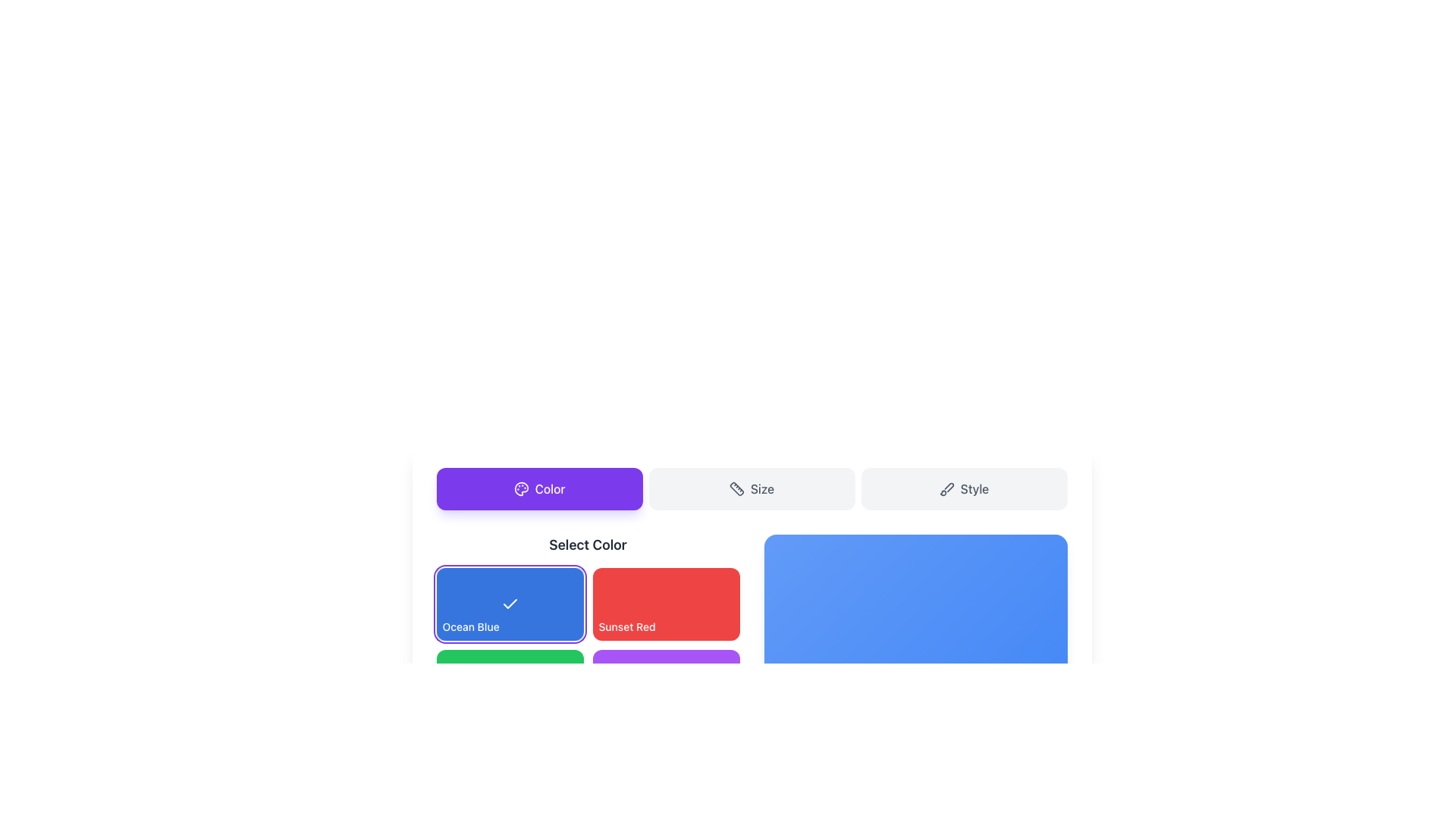 The image size is (1456, 819). What do you see at coordinates (666, 604) in the screenshot?
I see `the 'Sunset Red' button in the 'Select Color' component for keyboard navigation` at bounding box center [666, 604].